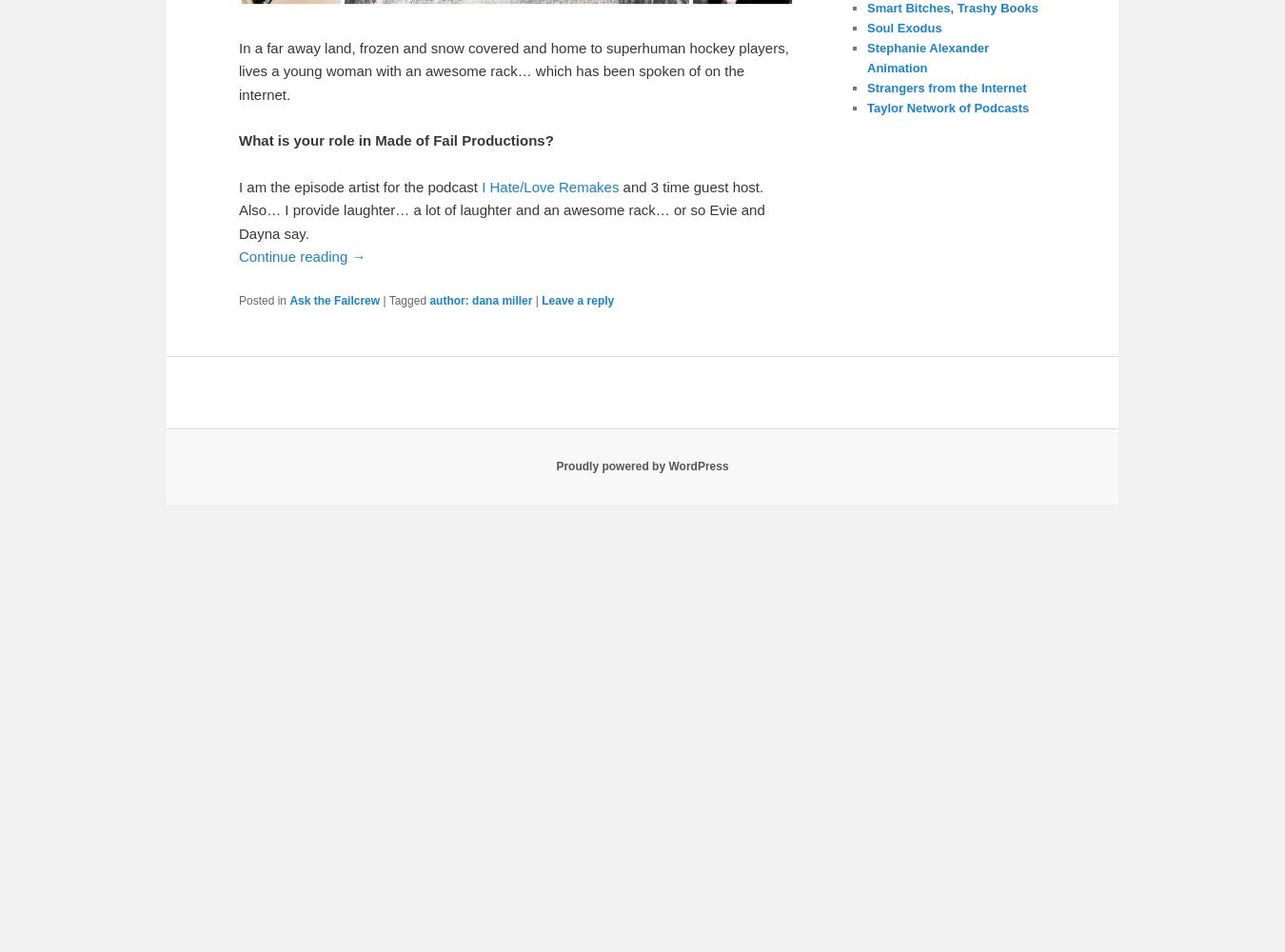  What do you see at coordinates (480, 186) in the screenshot?
I see `'I Hate/Love Remakes'` at bounding box center [480, 186].